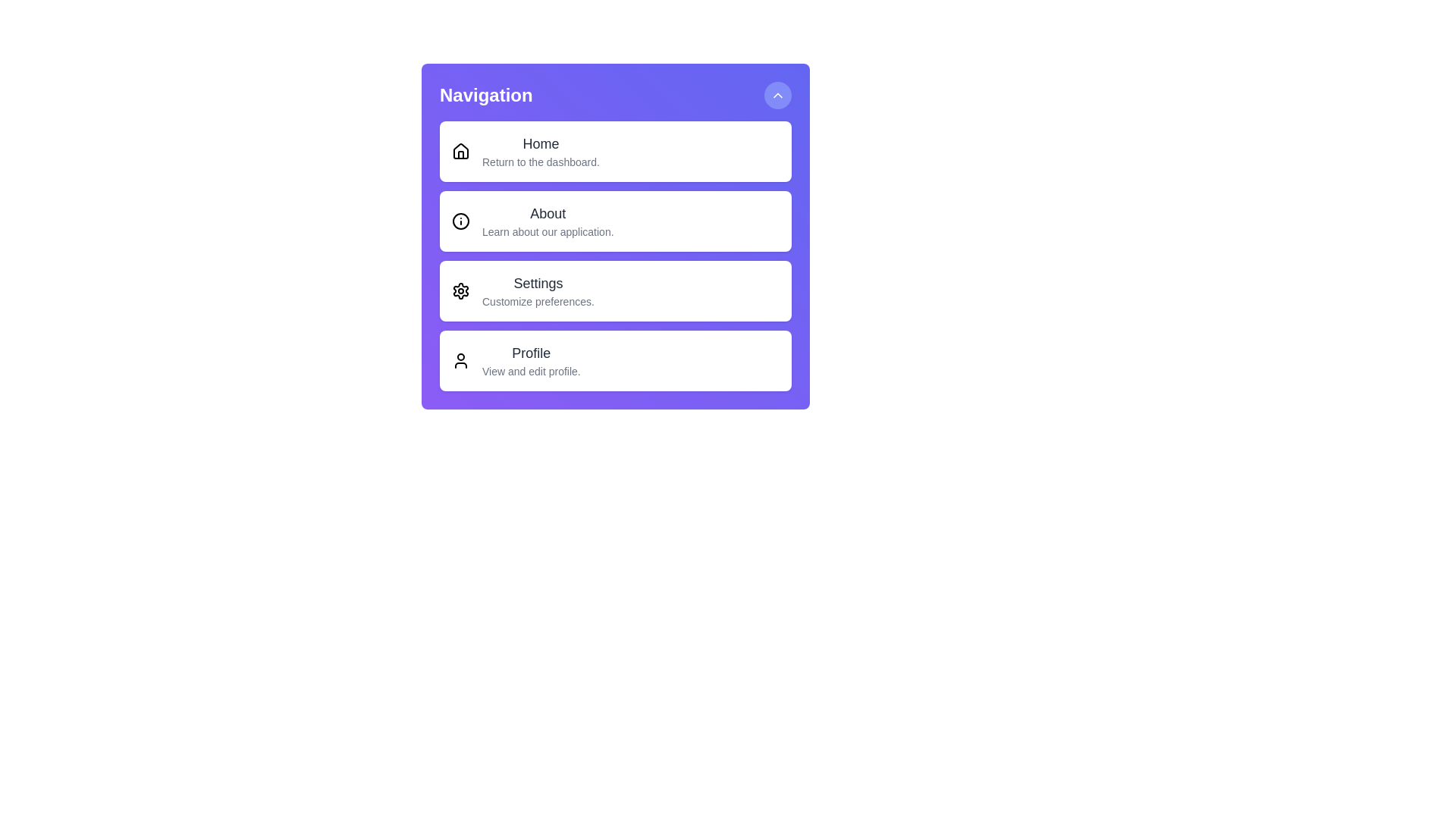 This screenshot has height=819, width=1456. What do you see at coordinates (460, 291) in the screenshot?
I see `the icon for Settings` at bounding box center [460, 291].